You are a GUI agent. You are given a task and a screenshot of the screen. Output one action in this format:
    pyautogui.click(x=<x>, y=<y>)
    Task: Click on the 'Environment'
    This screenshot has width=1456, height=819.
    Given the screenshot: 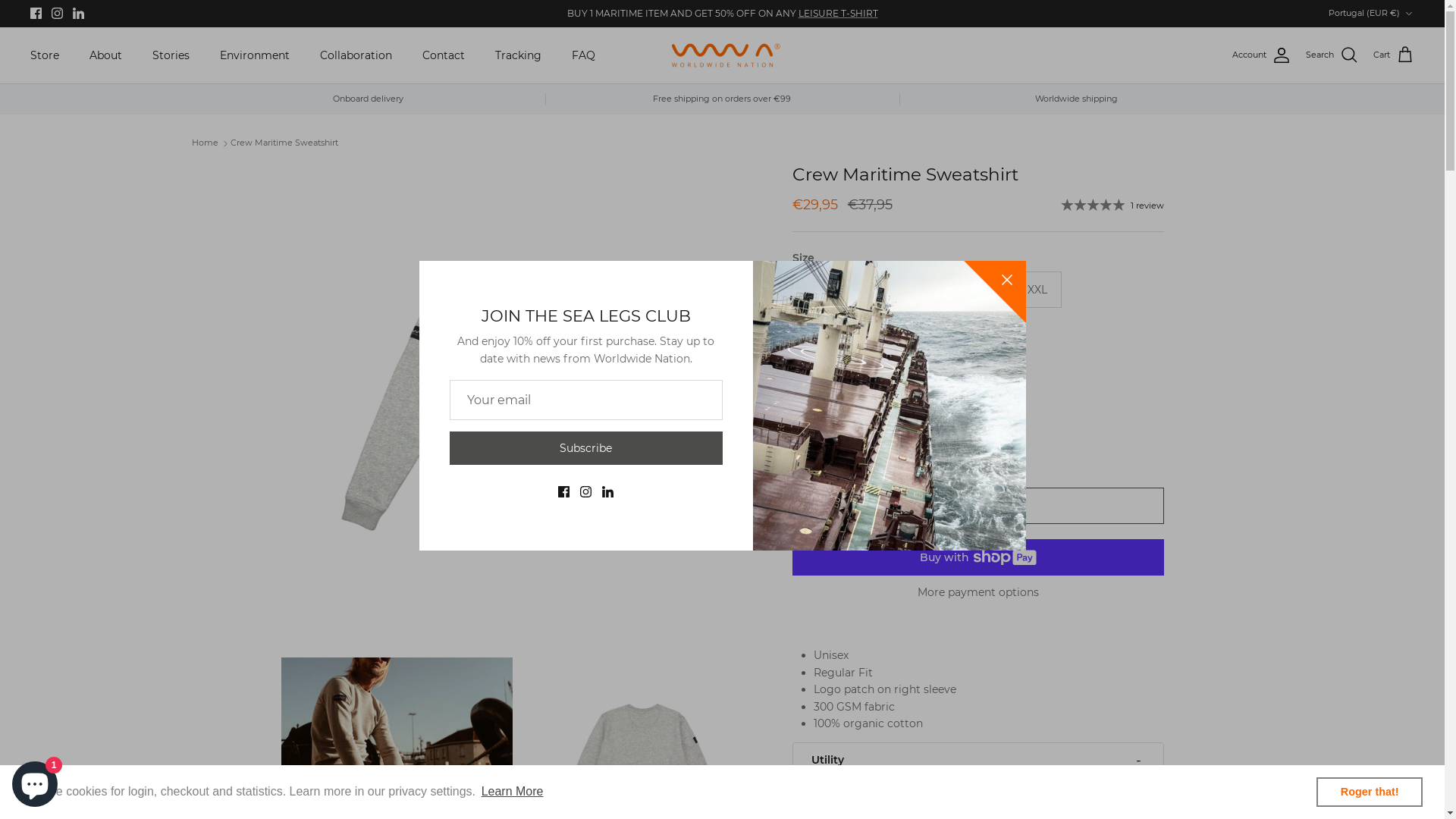 What is the action you would take?
    pyautogui.click(x=206, y=55)
    